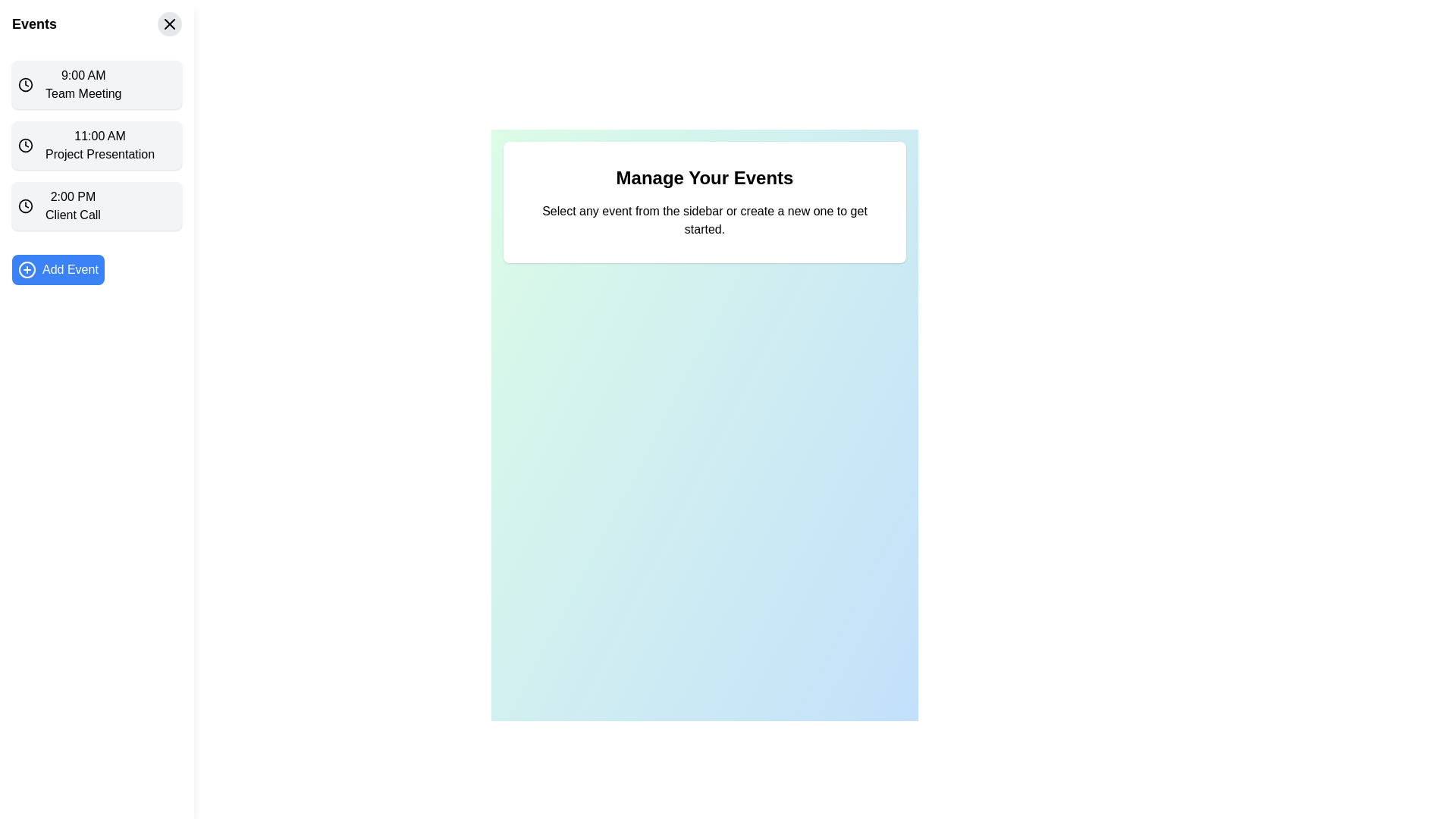 The width and height of the screenshot is (1456, 819). I want to click on the clock icon located at the far left of the first event entry in the sidebar, which shows '9:00 AM' and 'Team Meeting', so click(25, 84).